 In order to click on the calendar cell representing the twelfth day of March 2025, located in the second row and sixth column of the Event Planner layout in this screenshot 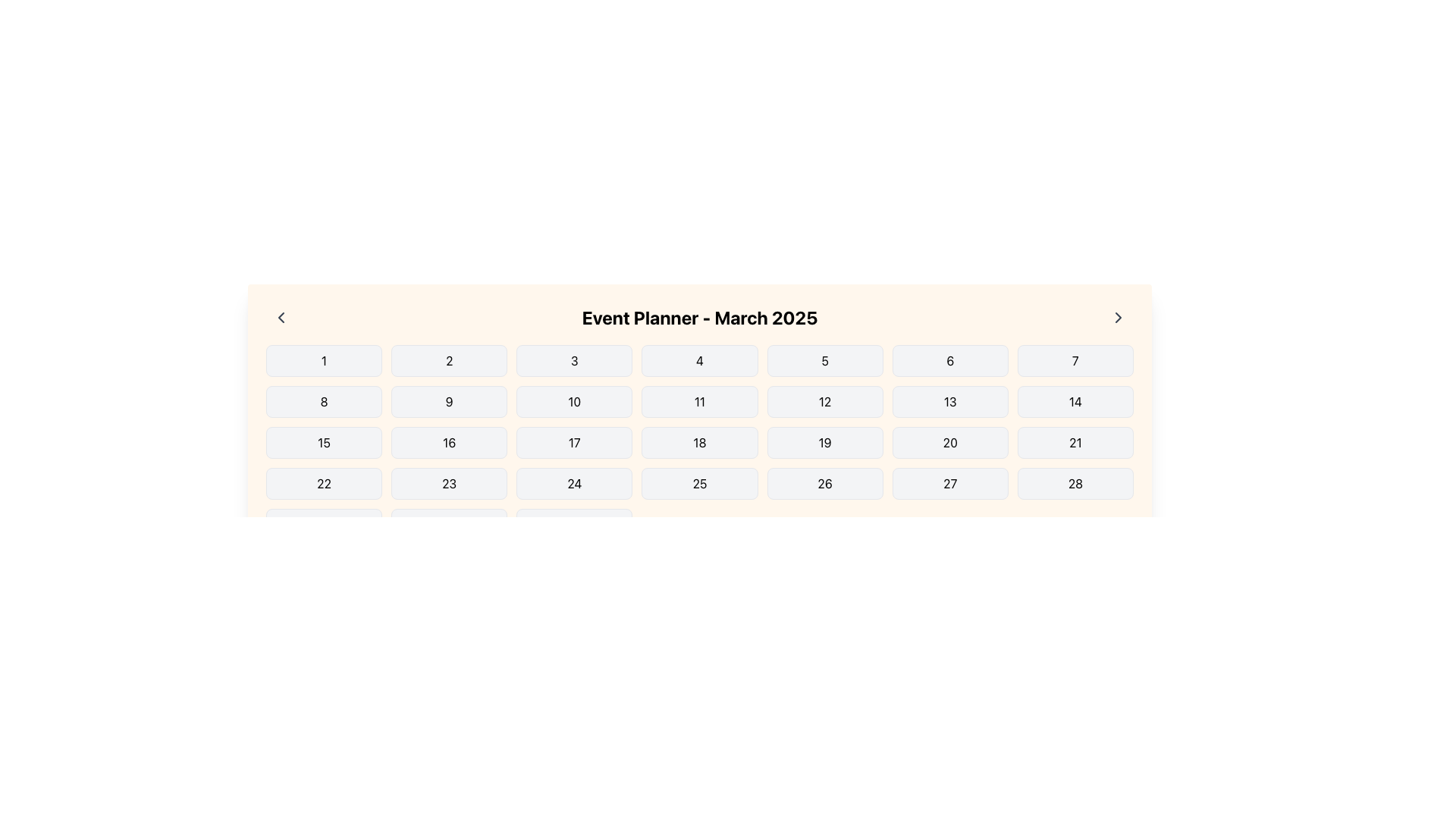, I will do `click(824, 400)`.